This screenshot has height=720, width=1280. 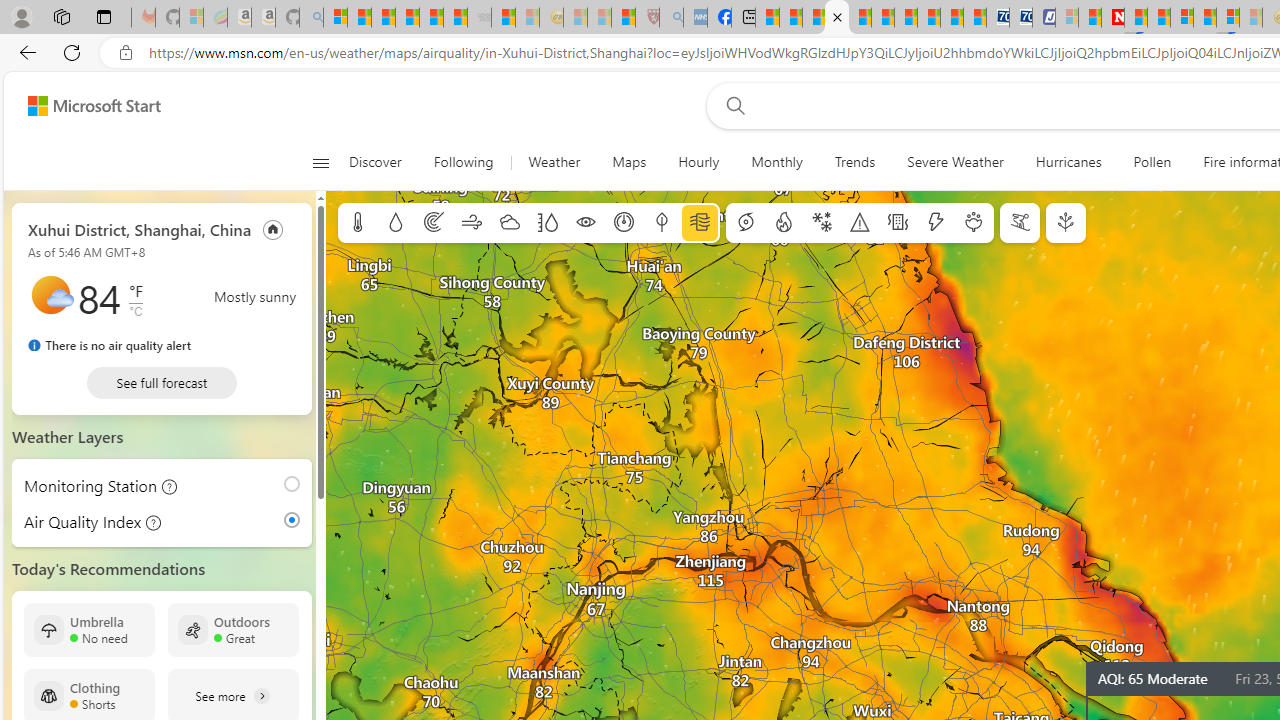 I want to click on 'Robert H. Shmerling, MD - Harvard Health - Sleeping', so click(x=647, y=17).